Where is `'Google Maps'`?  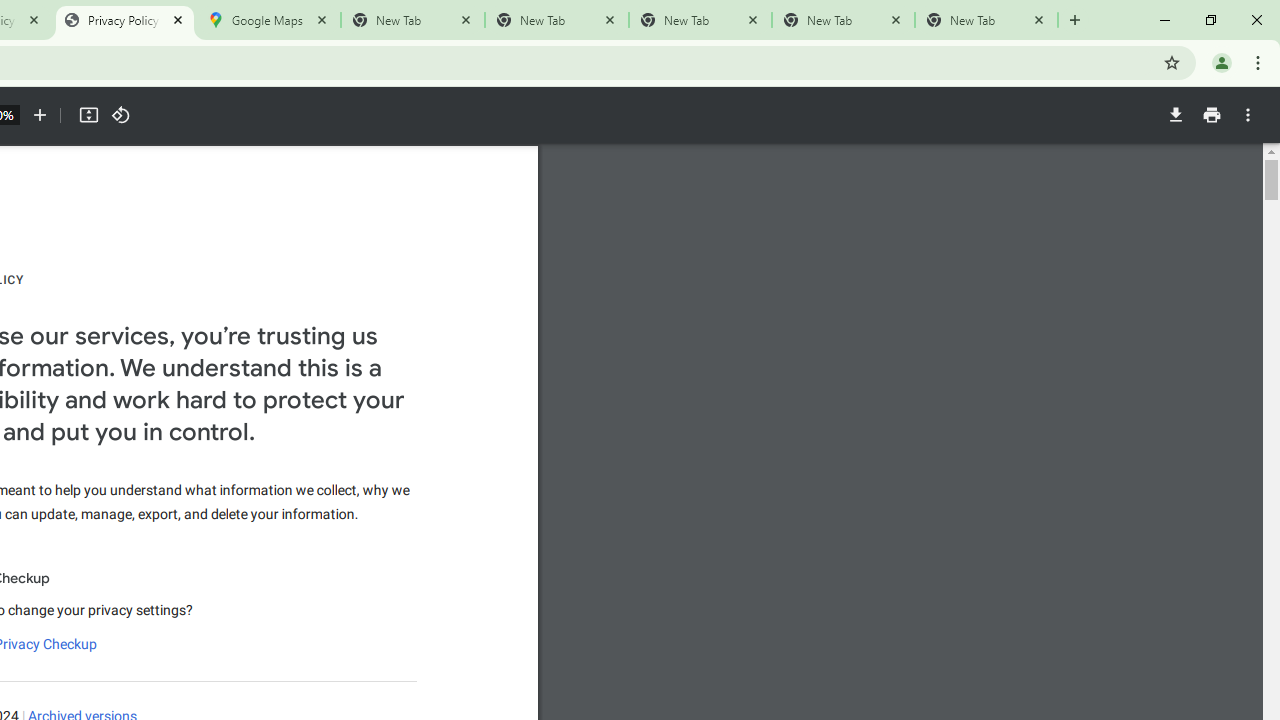
'Google Maps' is located at coordinates (267, 20).